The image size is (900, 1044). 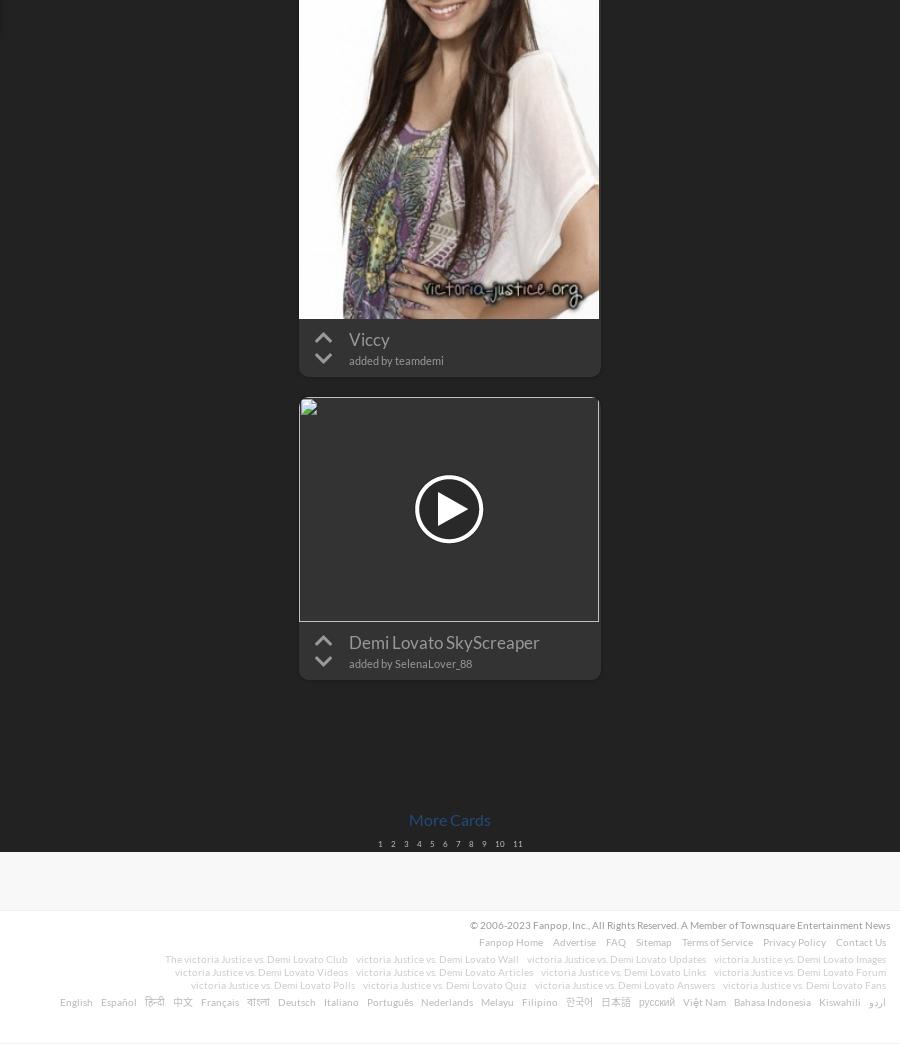 What do you see at coordinates (450, 818) in the screenshot?
I see `'More Cards'` at bounding box center [450, 818].